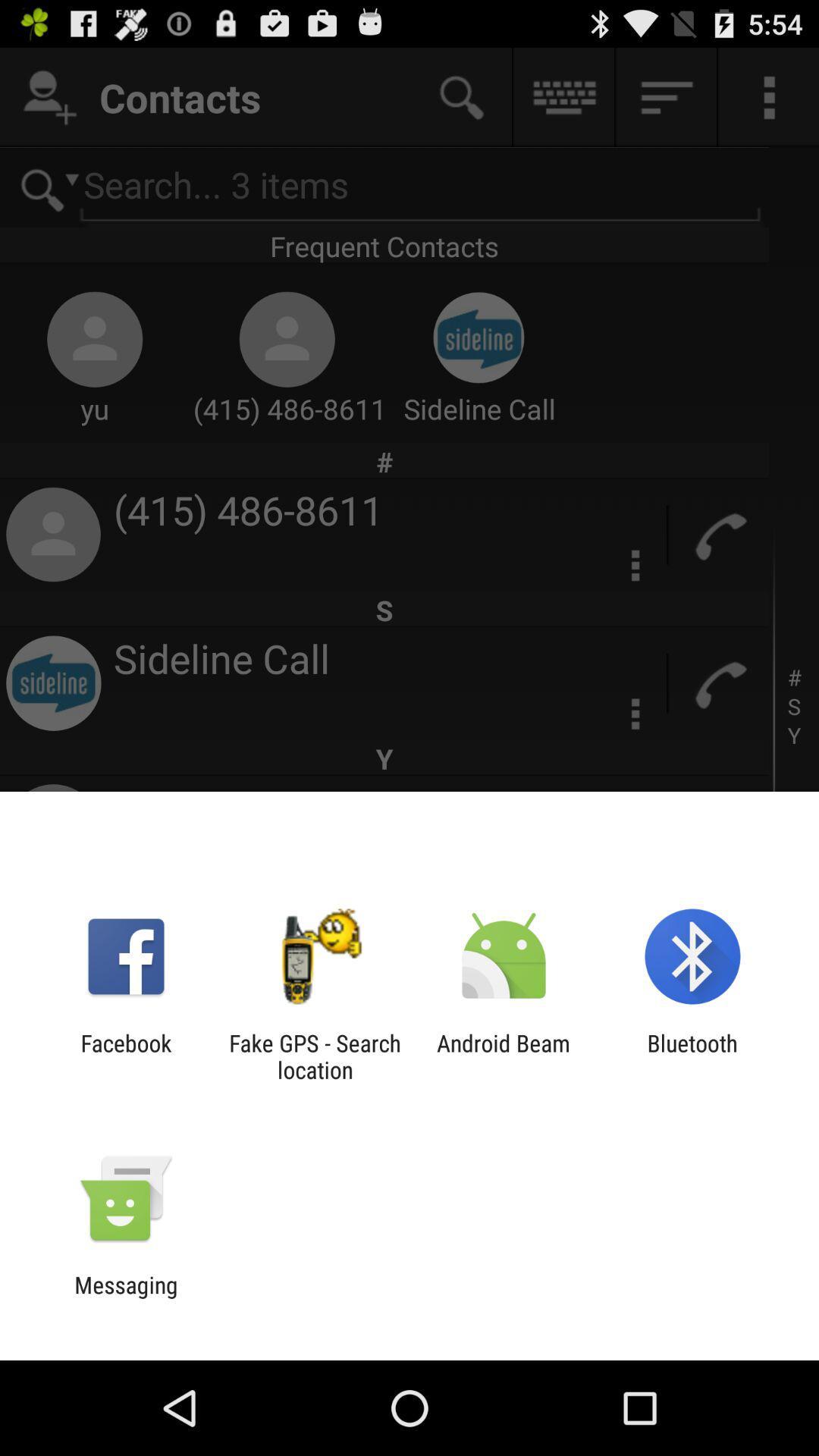 The height and width of the screenshot is (1456, 819). I want to click on icon to the right of facebook app, so click(314, 1056).